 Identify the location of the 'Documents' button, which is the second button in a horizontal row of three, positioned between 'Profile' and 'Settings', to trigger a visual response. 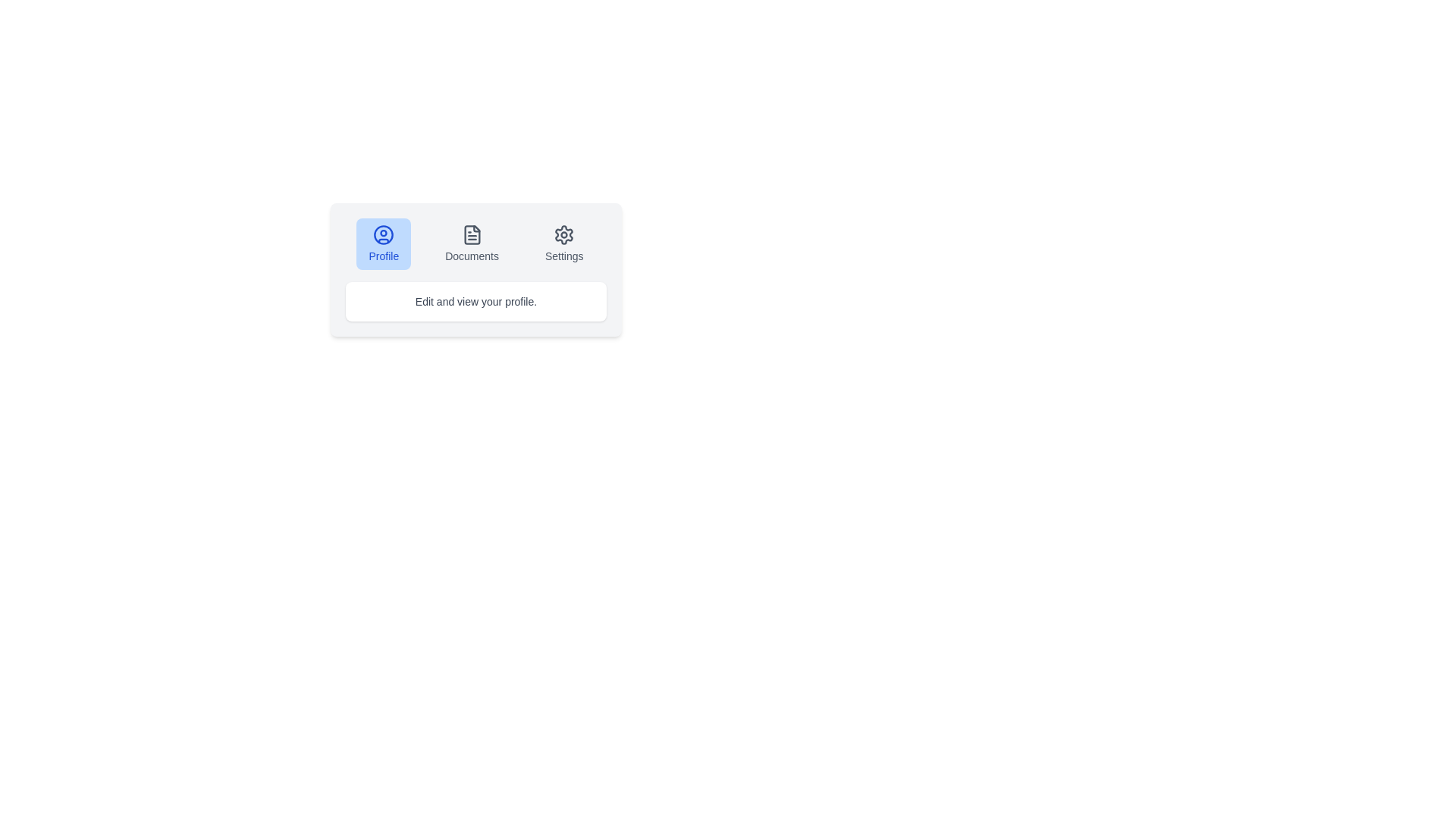
(471, 243).